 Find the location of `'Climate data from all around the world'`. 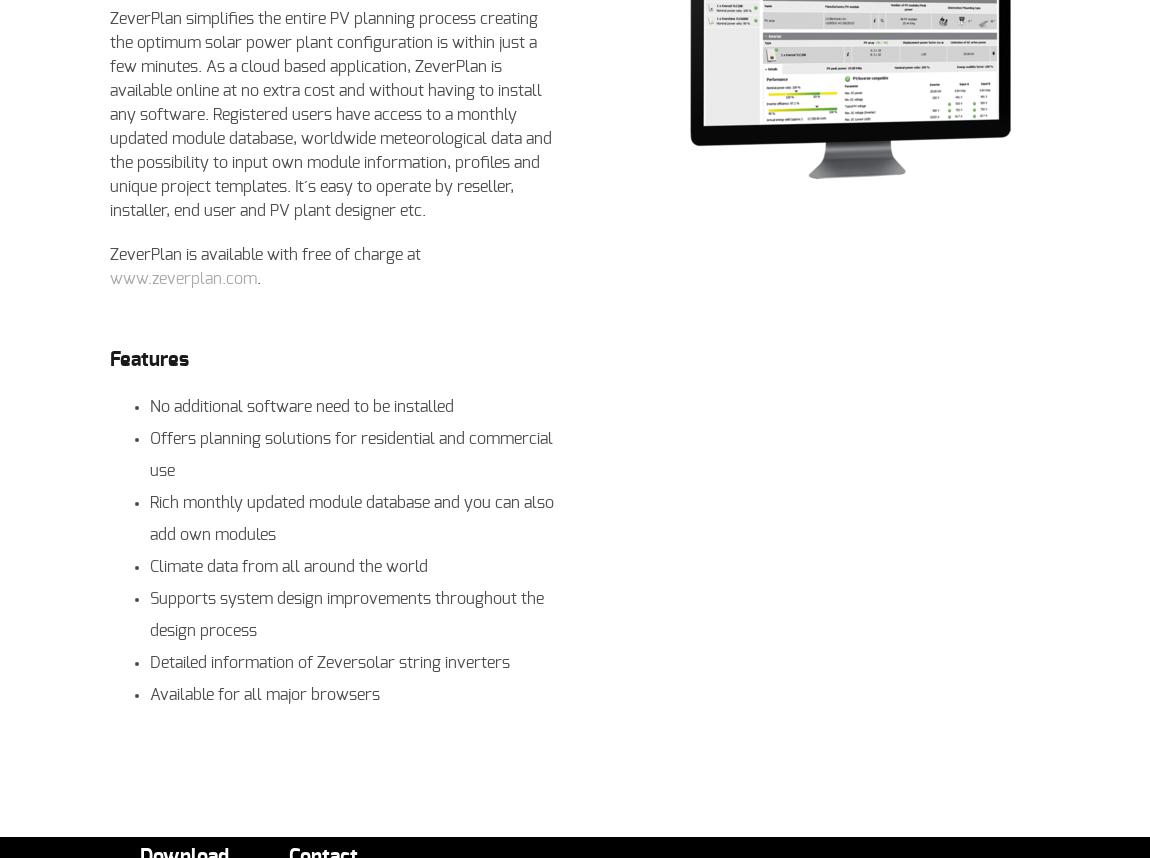

'Climate data from all around the world' is located at coordinates (148, 565).